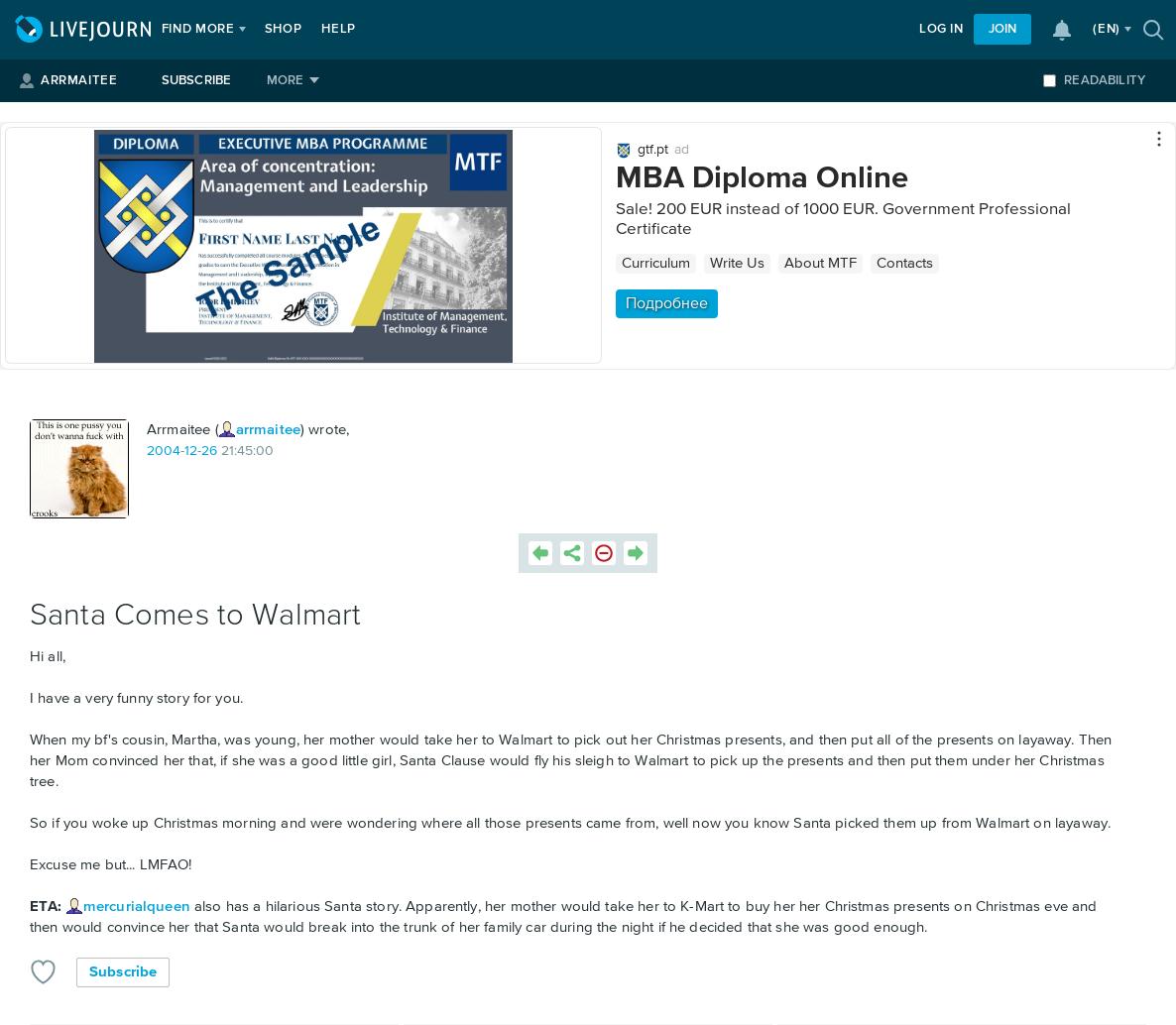 Image resolution: width=1176 pixels, height=1025 pixels. What do you see at coordinates (110, 863) in the screenshot?
I see `'Excuse me but... LMFAO!'` at bounding box center [110, 863].